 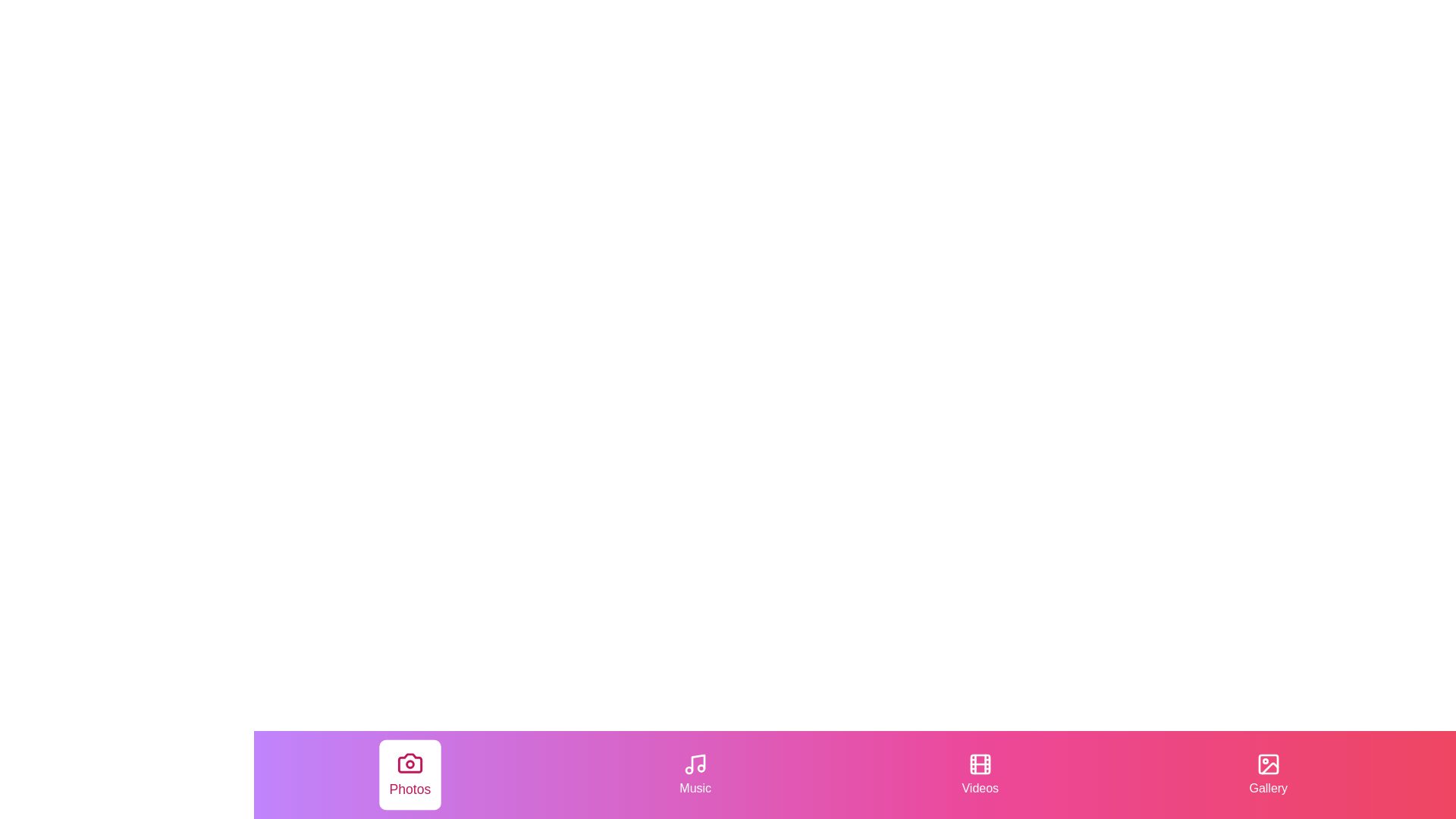 I want to click on the Photos tab by clicking on its corresponding button, so click(x=410, y=775).